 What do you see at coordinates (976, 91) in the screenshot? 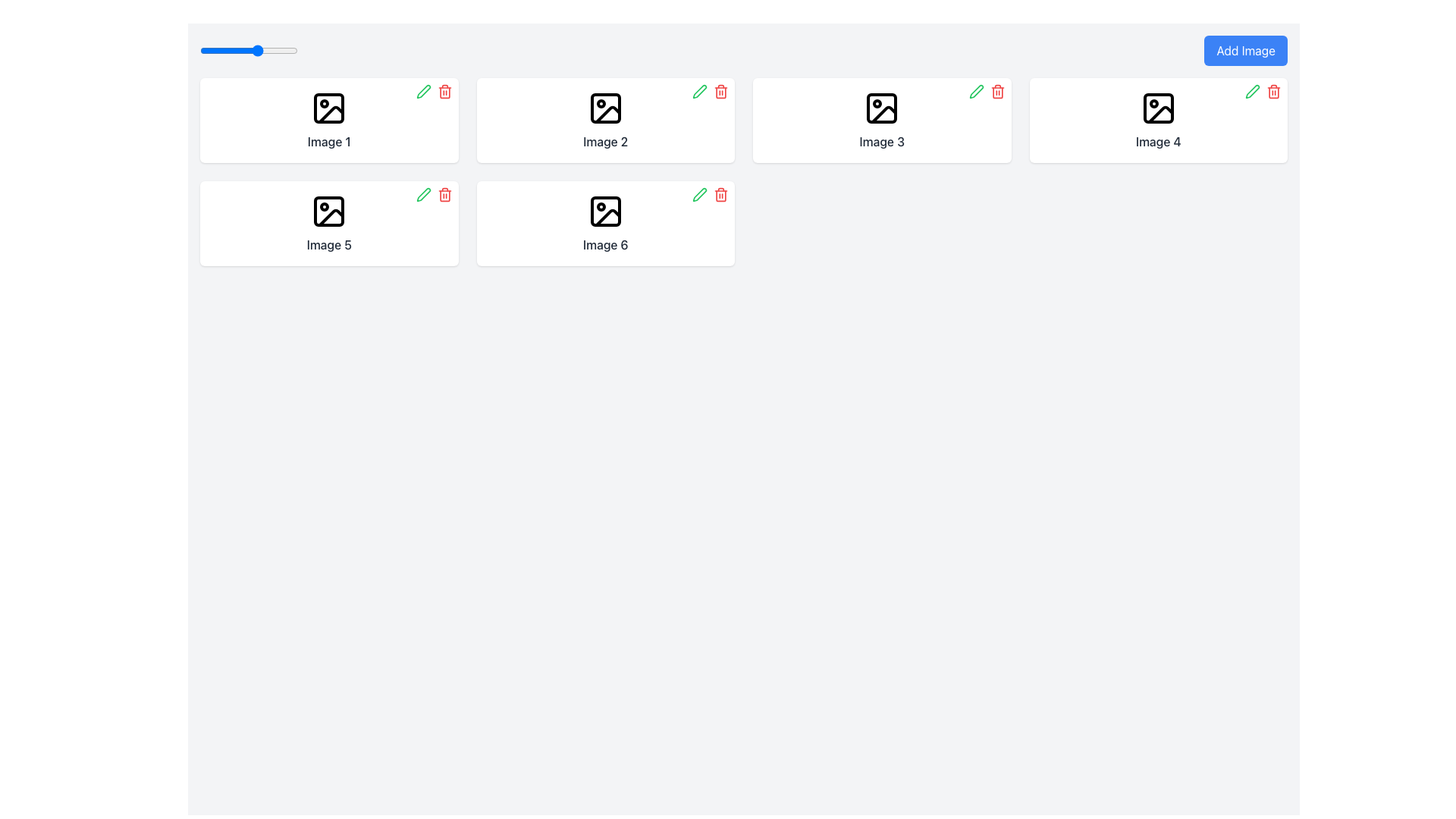
I see `the green pen edit icon located at the top-right corner of the image card to initiate editing` at bounding box center [976, 91].